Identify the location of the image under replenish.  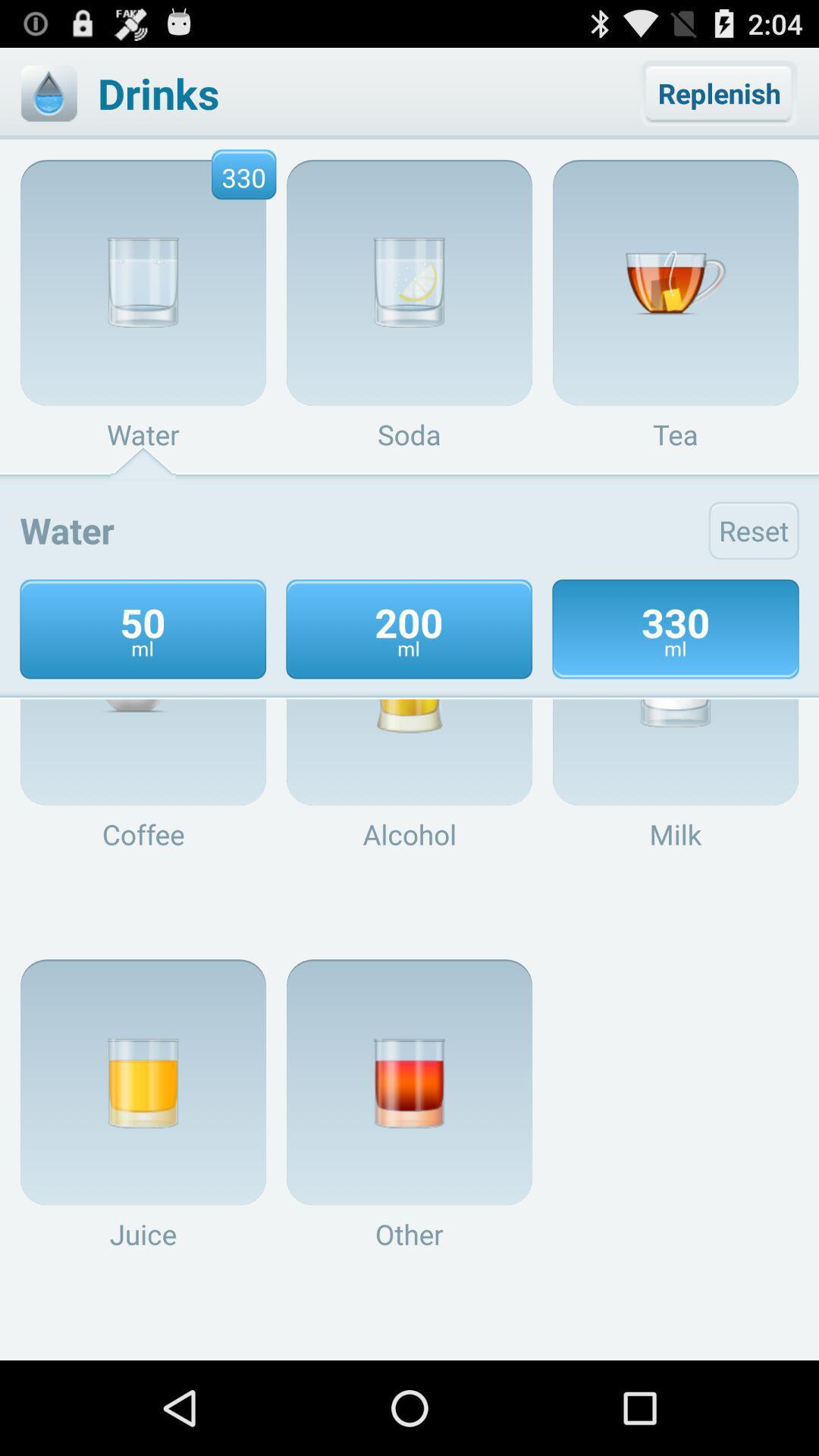
(675, 283).